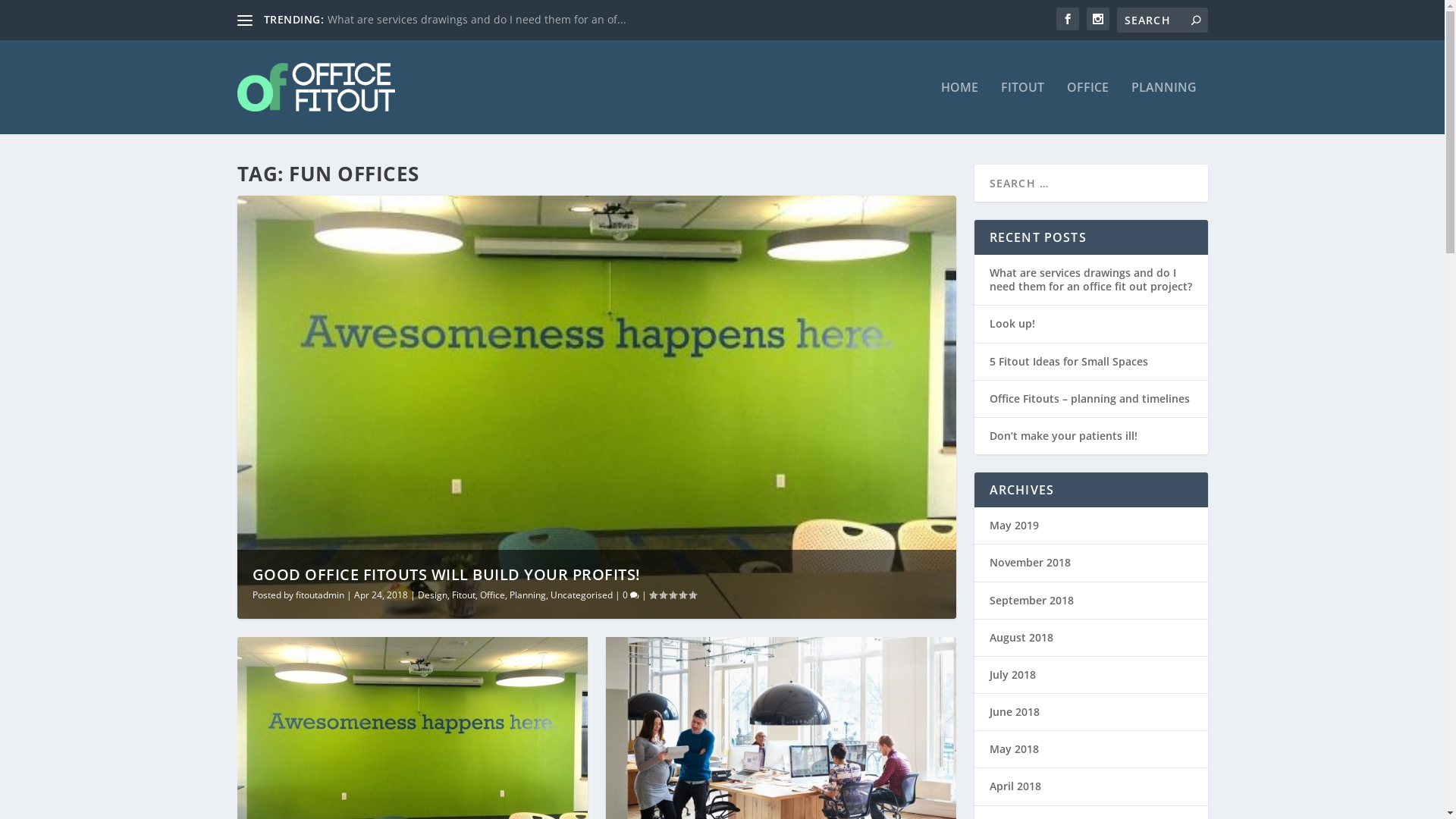 The height and width of the screenshot is (819, 1456). Describe the element at coordinates (958, 107) in the screenshot. I see `'HOME'` at that location.